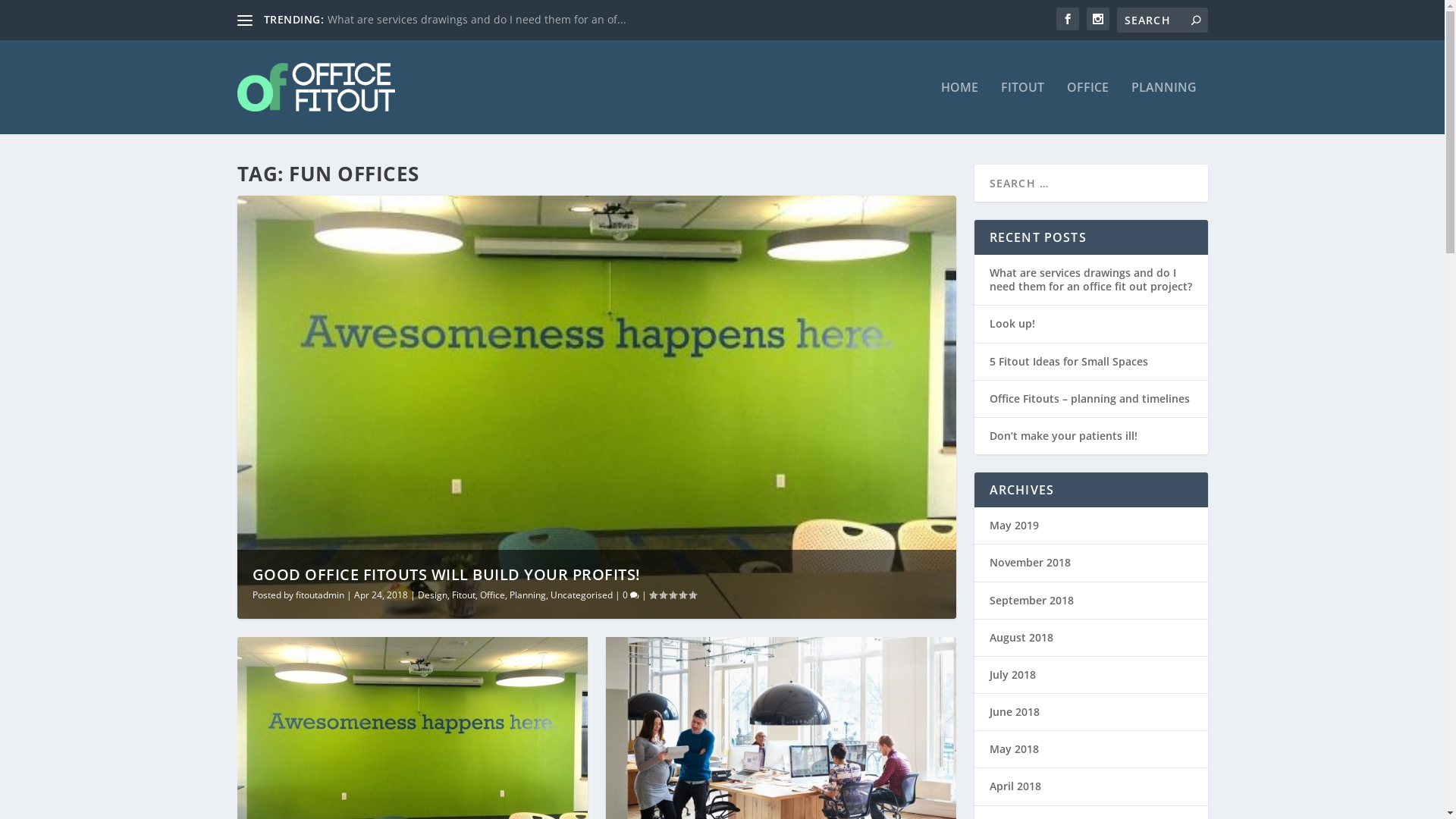 The height and width of the screenshot is (819, 1456). Describe the element at coordinates (958, 107) in the screenshot. I see `'HOME'` at that location.